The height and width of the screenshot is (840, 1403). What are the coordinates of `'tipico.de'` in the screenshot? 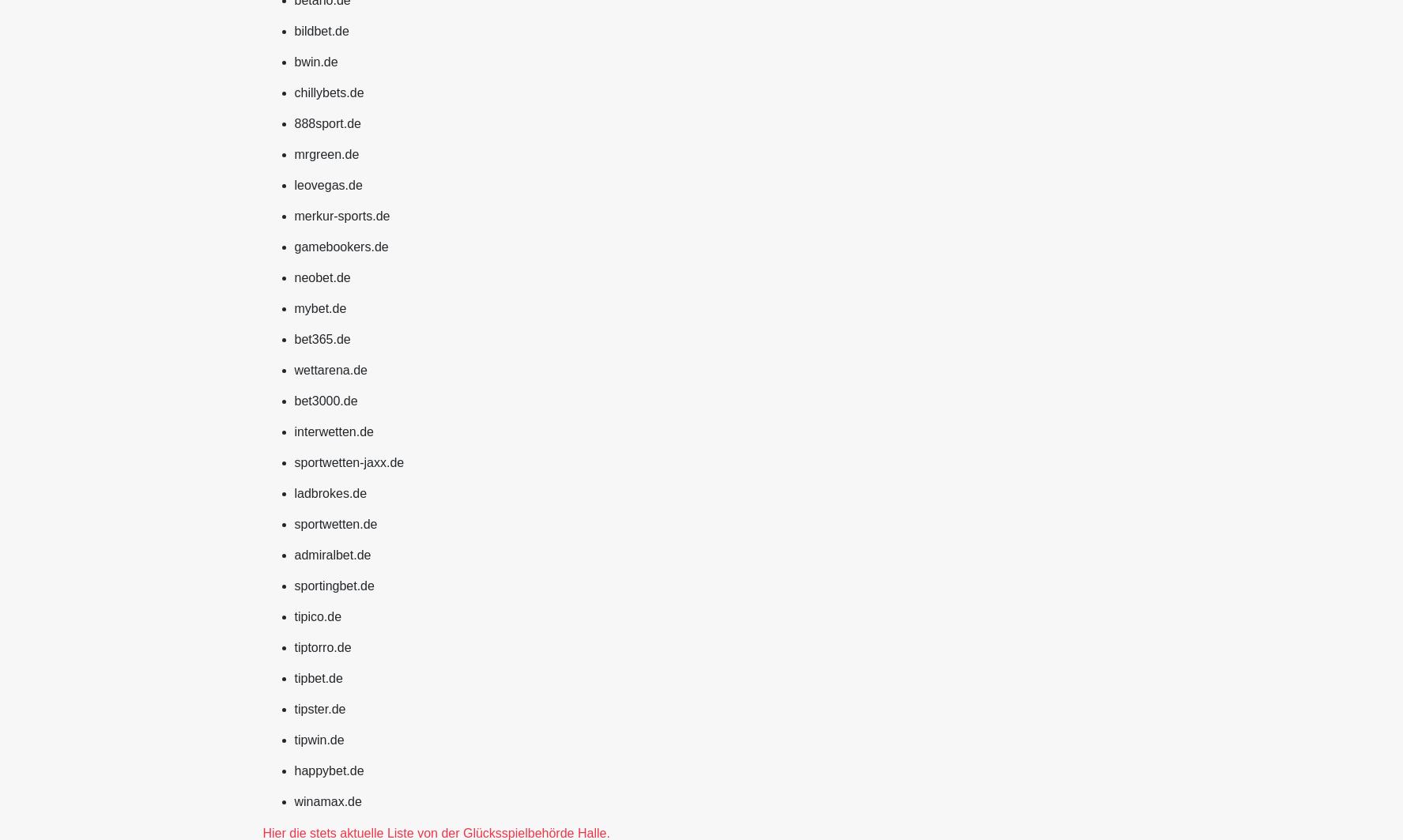 It's located at (317, 615).